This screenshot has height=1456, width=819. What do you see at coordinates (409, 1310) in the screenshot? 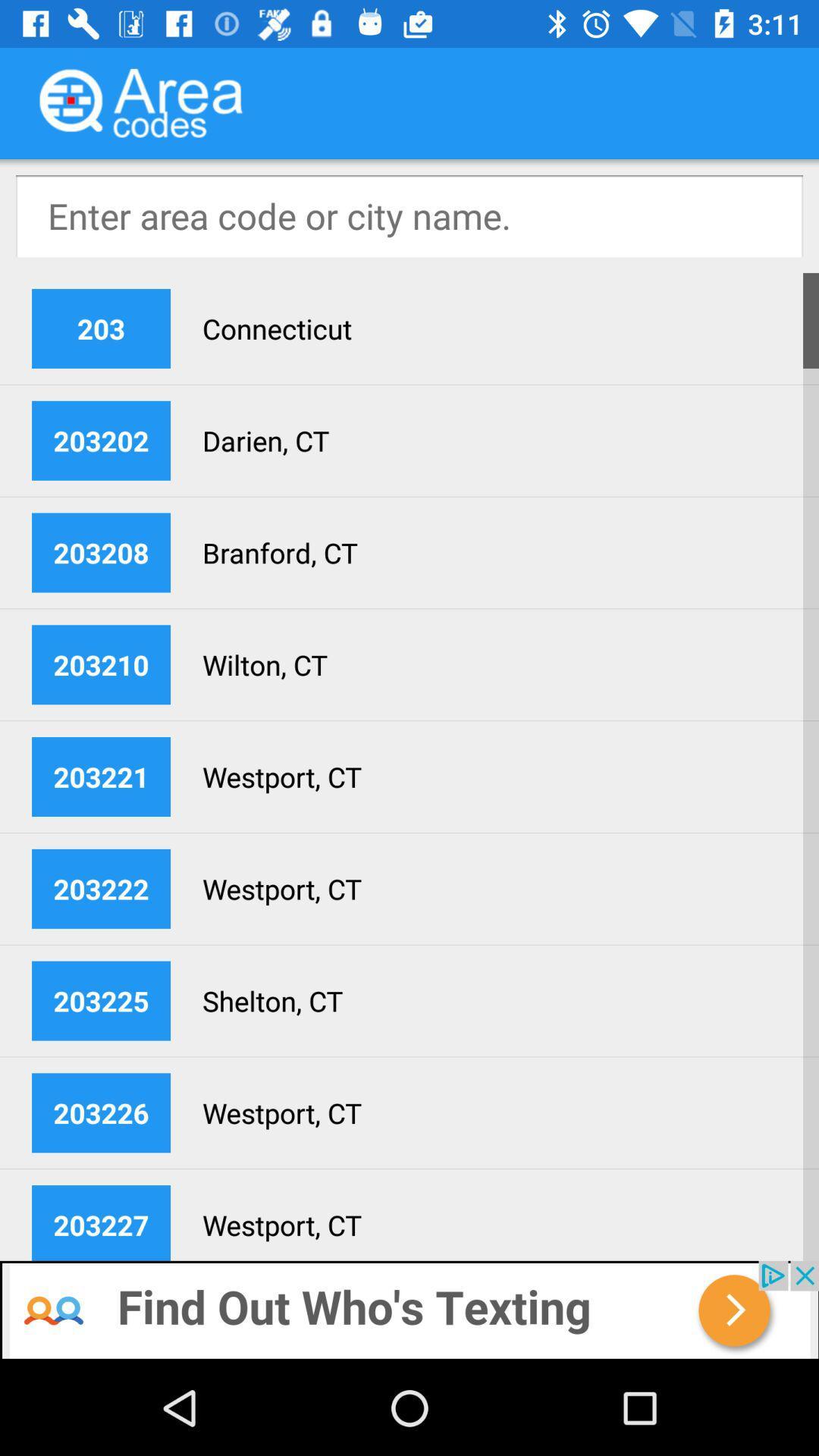
I see `view advertisements options` at bounding box center [409, 1310].